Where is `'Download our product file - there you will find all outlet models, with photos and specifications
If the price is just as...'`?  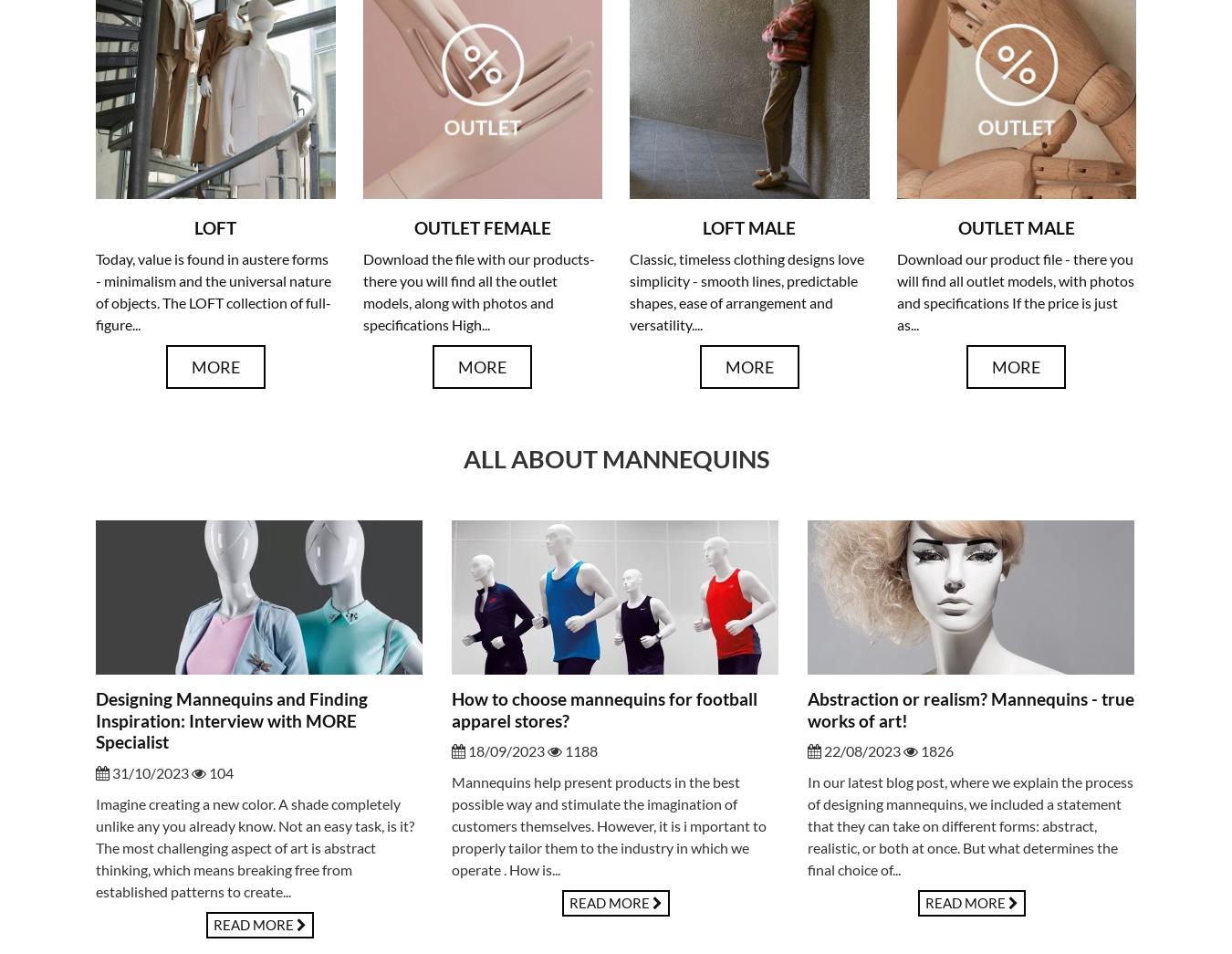 'Download our product file - there you will find all outlet models, with photos and specifications
If the price is just as...' is located at coordinates (1014, 291).